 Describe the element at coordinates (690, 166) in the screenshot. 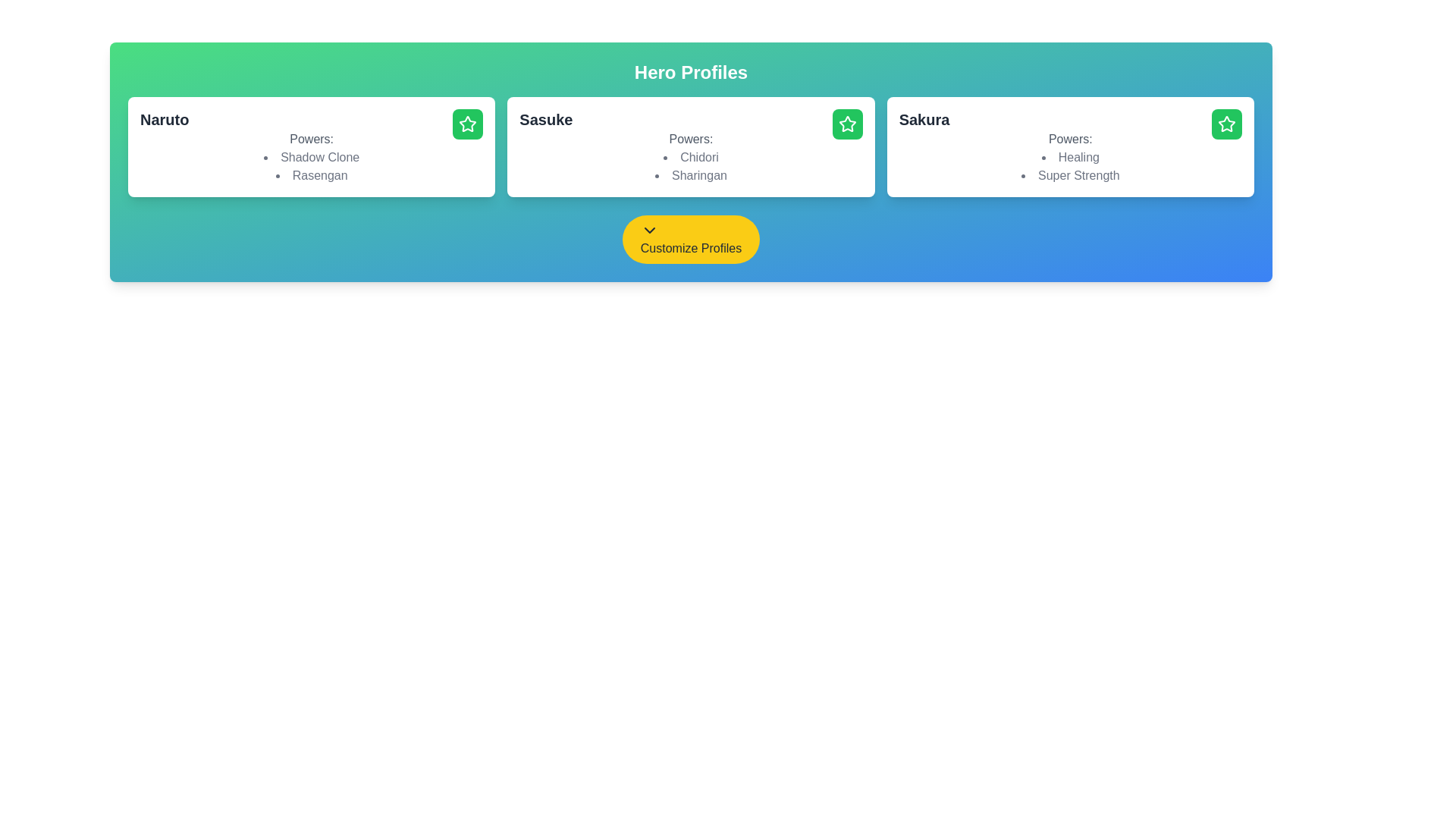

I see `the bulleted list containing 'Chidori' and 'Sharingan' in the profile card for 'Sasuke', located beneath the heading 'Powers:'` at that location.